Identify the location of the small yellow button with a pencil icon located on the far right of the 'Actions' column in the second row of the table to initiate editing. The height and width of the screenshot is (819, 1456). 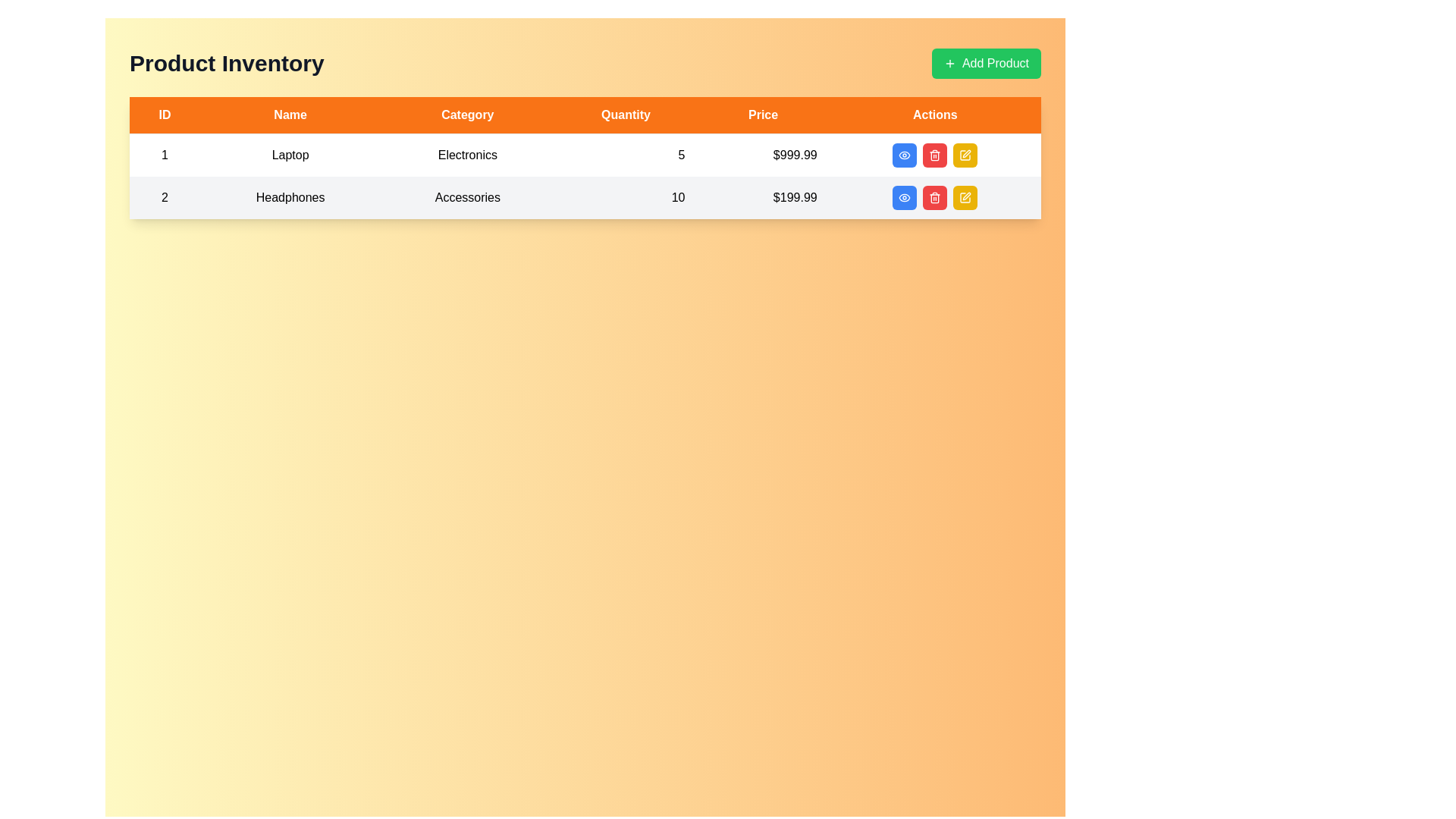
(965, 155).